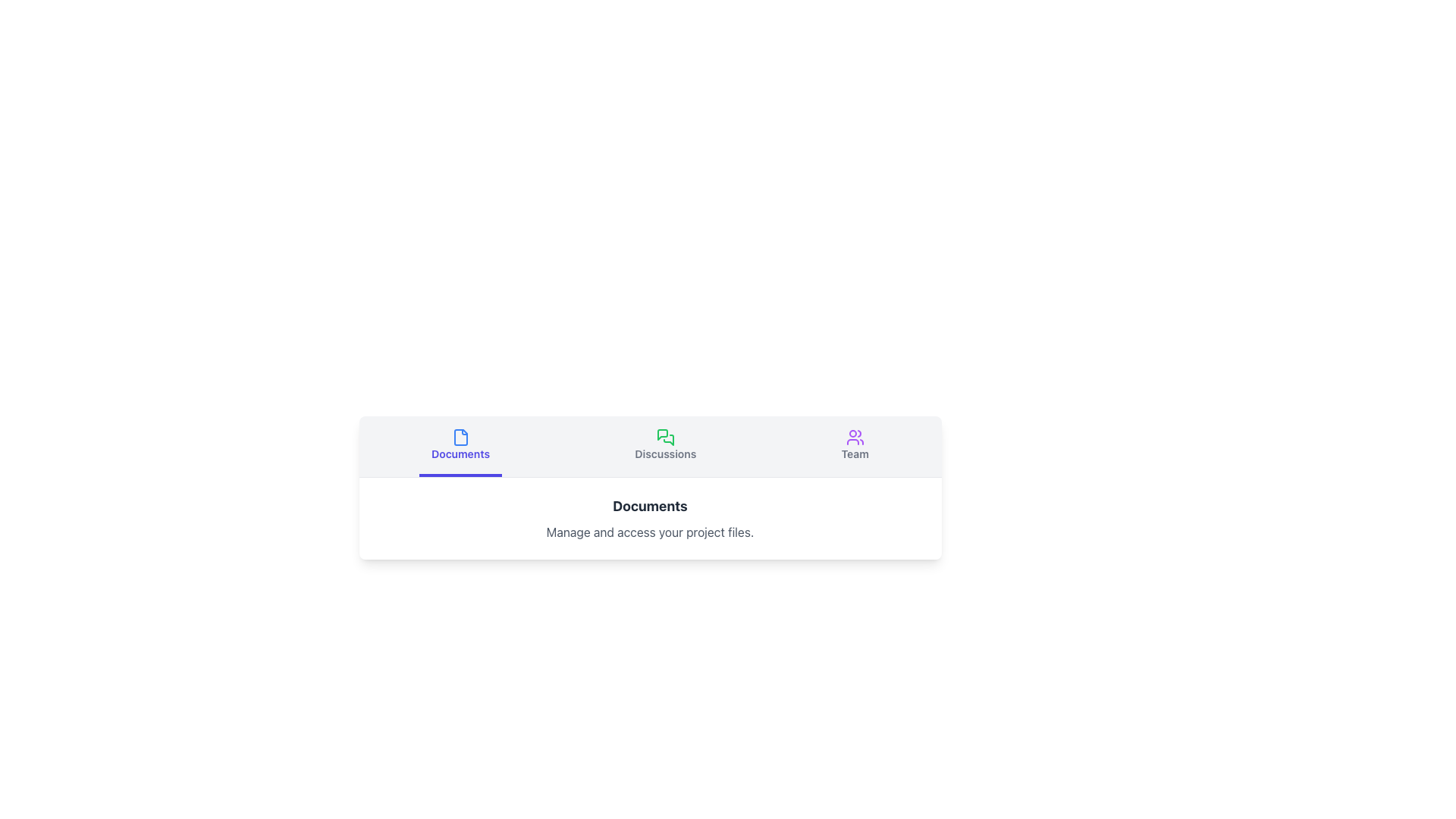 The width and height of the screenshot is (1456, 819). What do you see at coordinates (460, 453) in the screenshot?
I see `the 'Documents' text label, which is styled in blue and located below a file icon in the navigation tab bar` at bounding box center [460, 453].